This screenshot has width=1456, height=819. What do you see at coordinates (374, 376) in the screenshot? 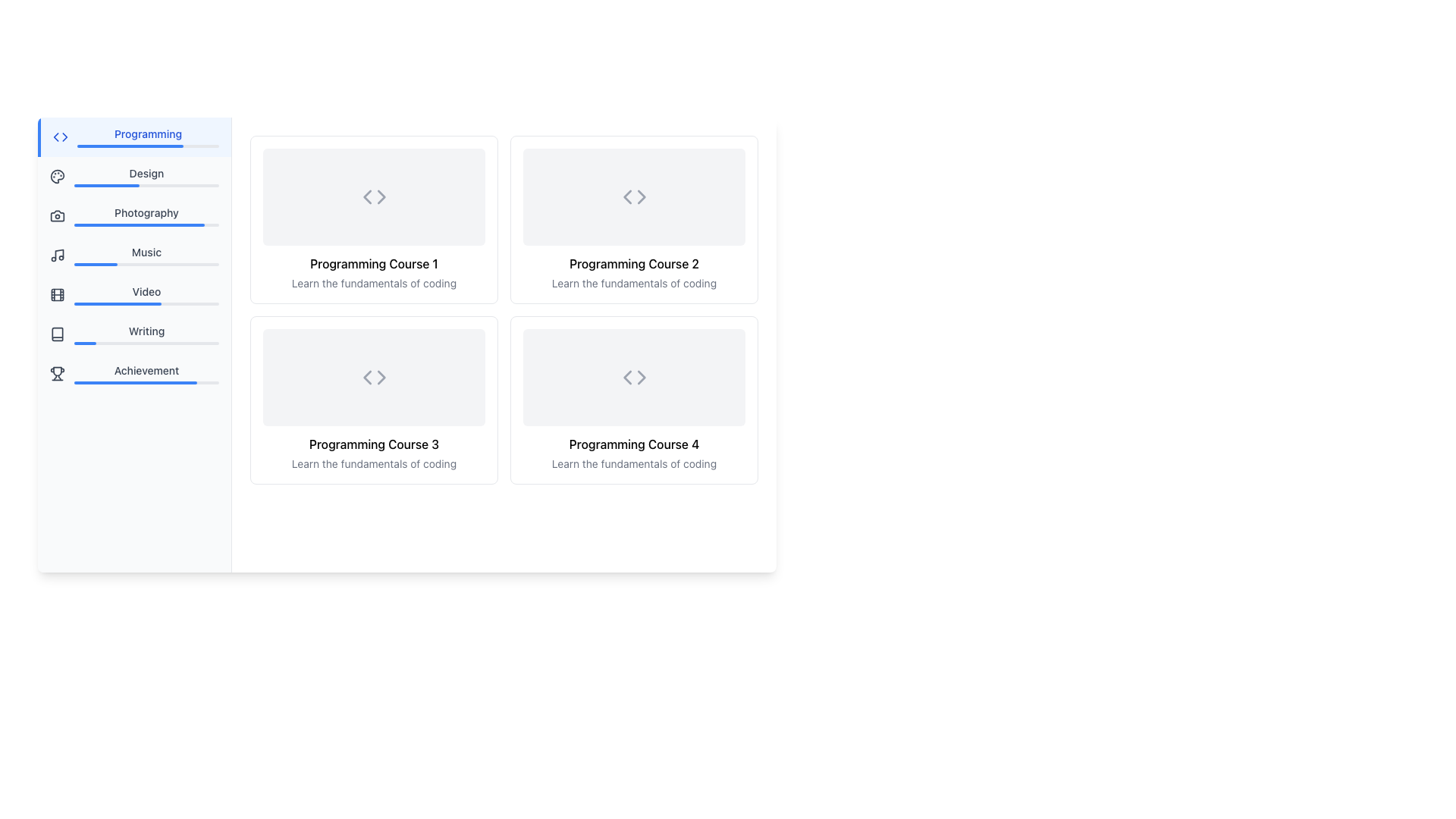
I see `the coding icon centered within the 'Programming Course 3' card, which is the third item in a grid of programming course cards` at bounding box center [374, 376].